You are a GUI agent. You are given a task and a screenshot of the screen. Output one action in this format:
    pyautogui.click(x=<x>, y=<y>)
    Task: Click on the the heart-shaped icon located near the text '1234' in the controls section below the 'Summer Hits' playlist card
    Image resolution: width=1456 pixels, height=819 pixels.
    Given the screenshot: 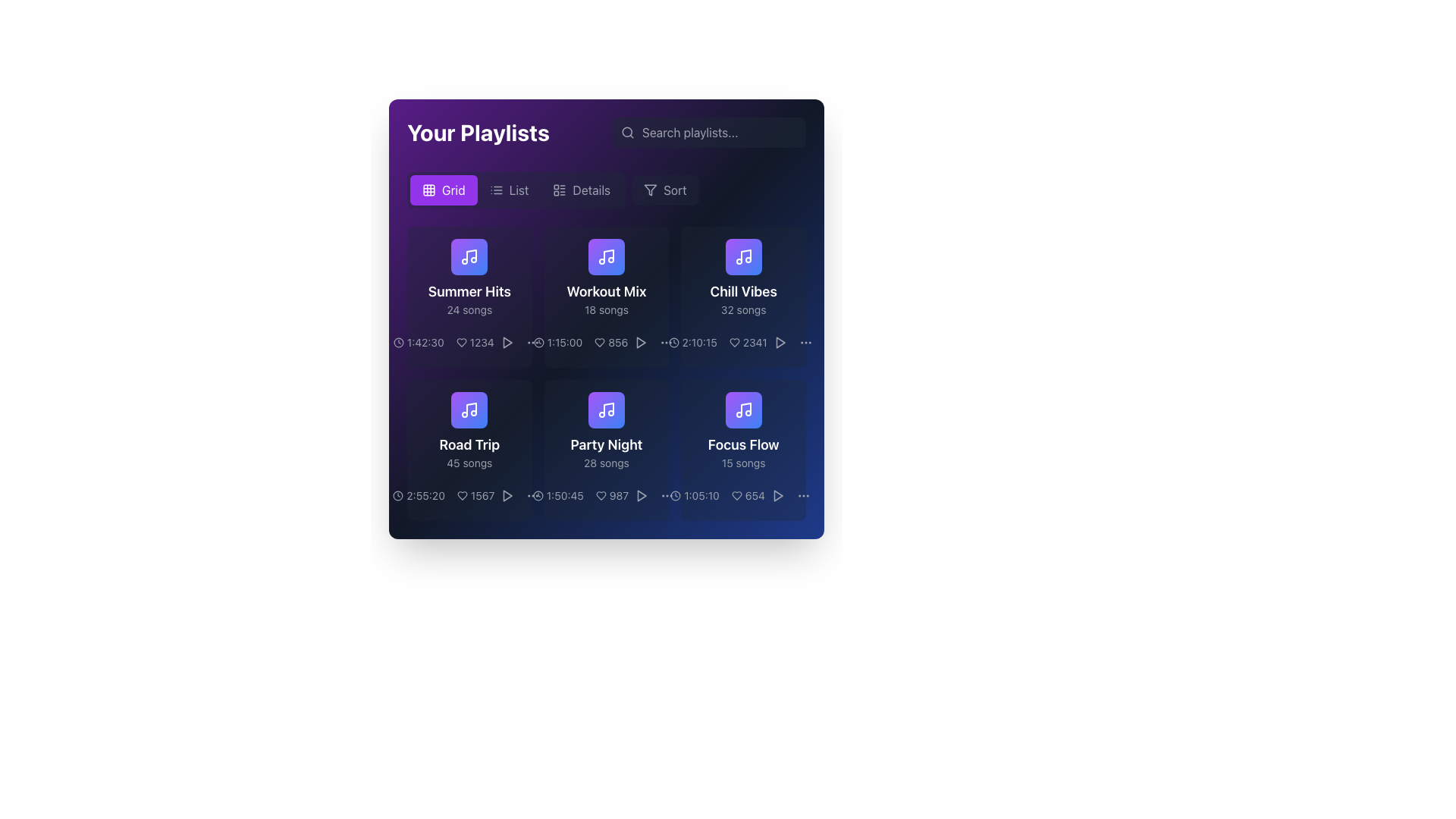 What is the action you would take?
    pyautogui.click(x=460, y=342)
    